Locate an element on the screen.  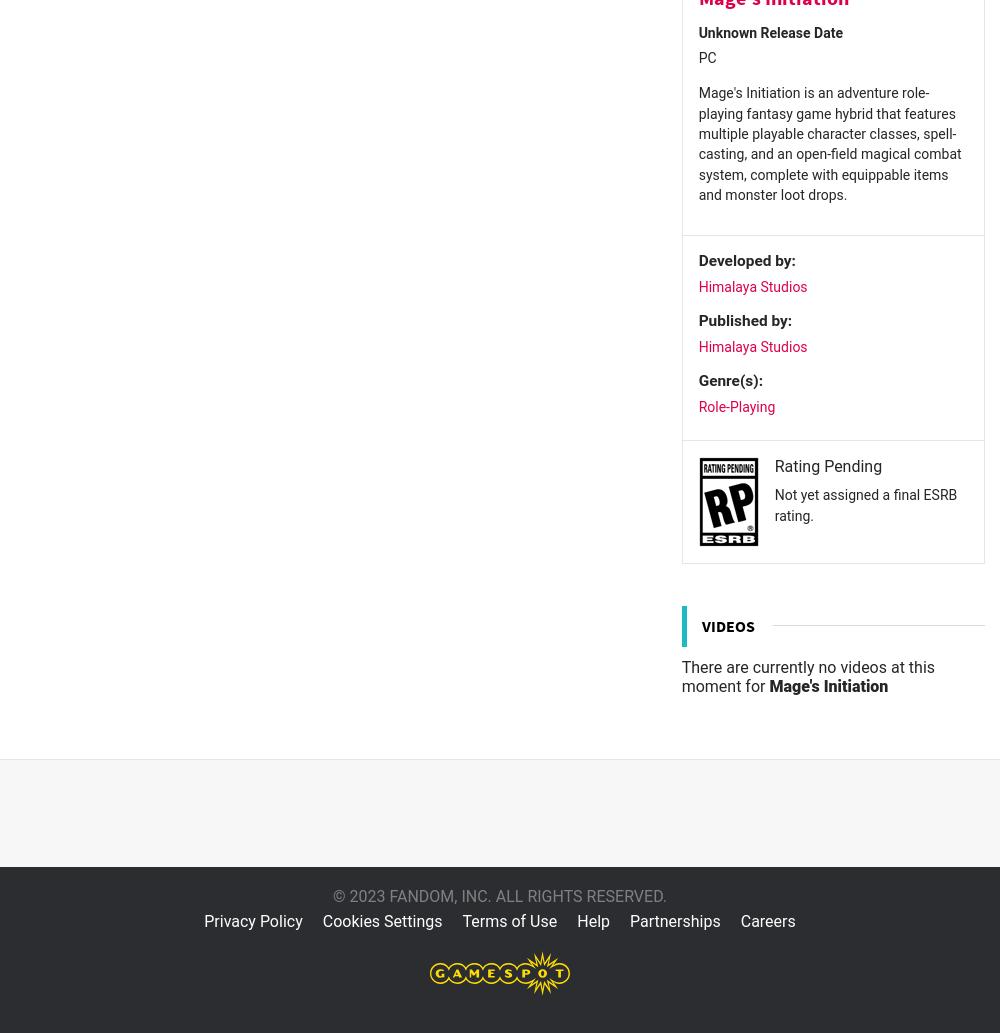
'Videos' is located at coordinates (700, 623).